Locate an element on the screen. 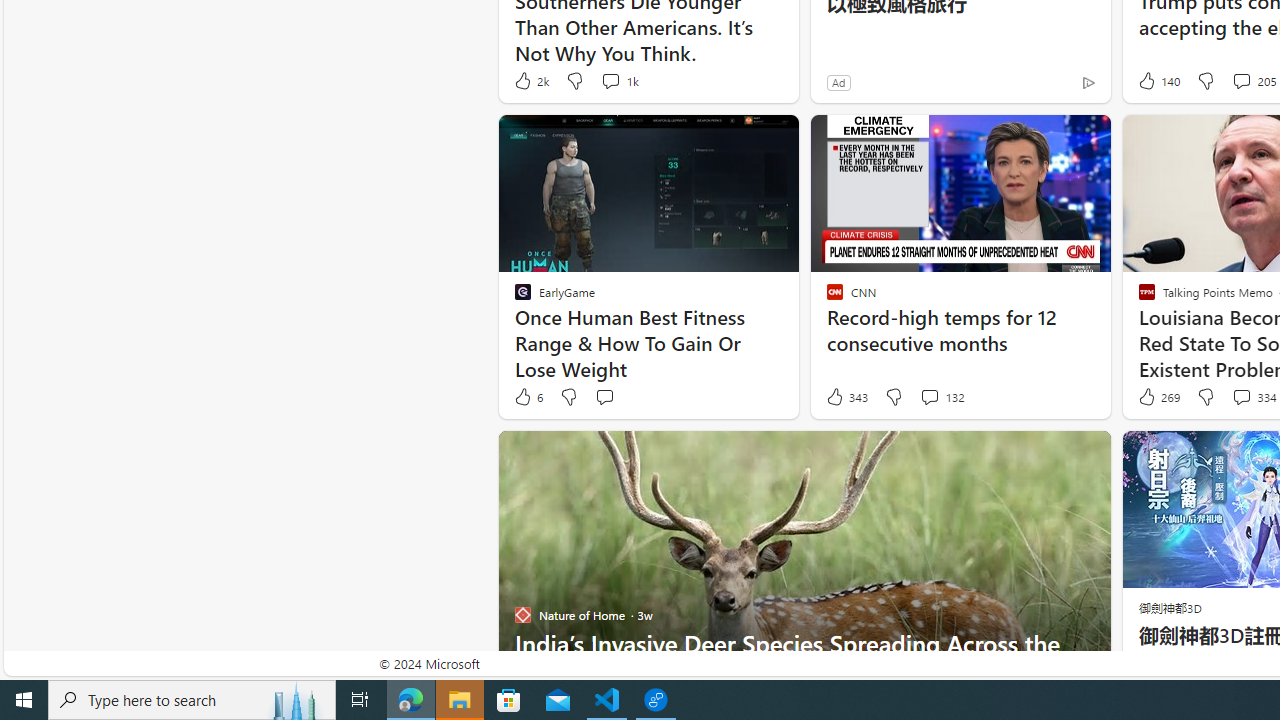  'View comments 1k Comment' is located at coordinates (609, 80).